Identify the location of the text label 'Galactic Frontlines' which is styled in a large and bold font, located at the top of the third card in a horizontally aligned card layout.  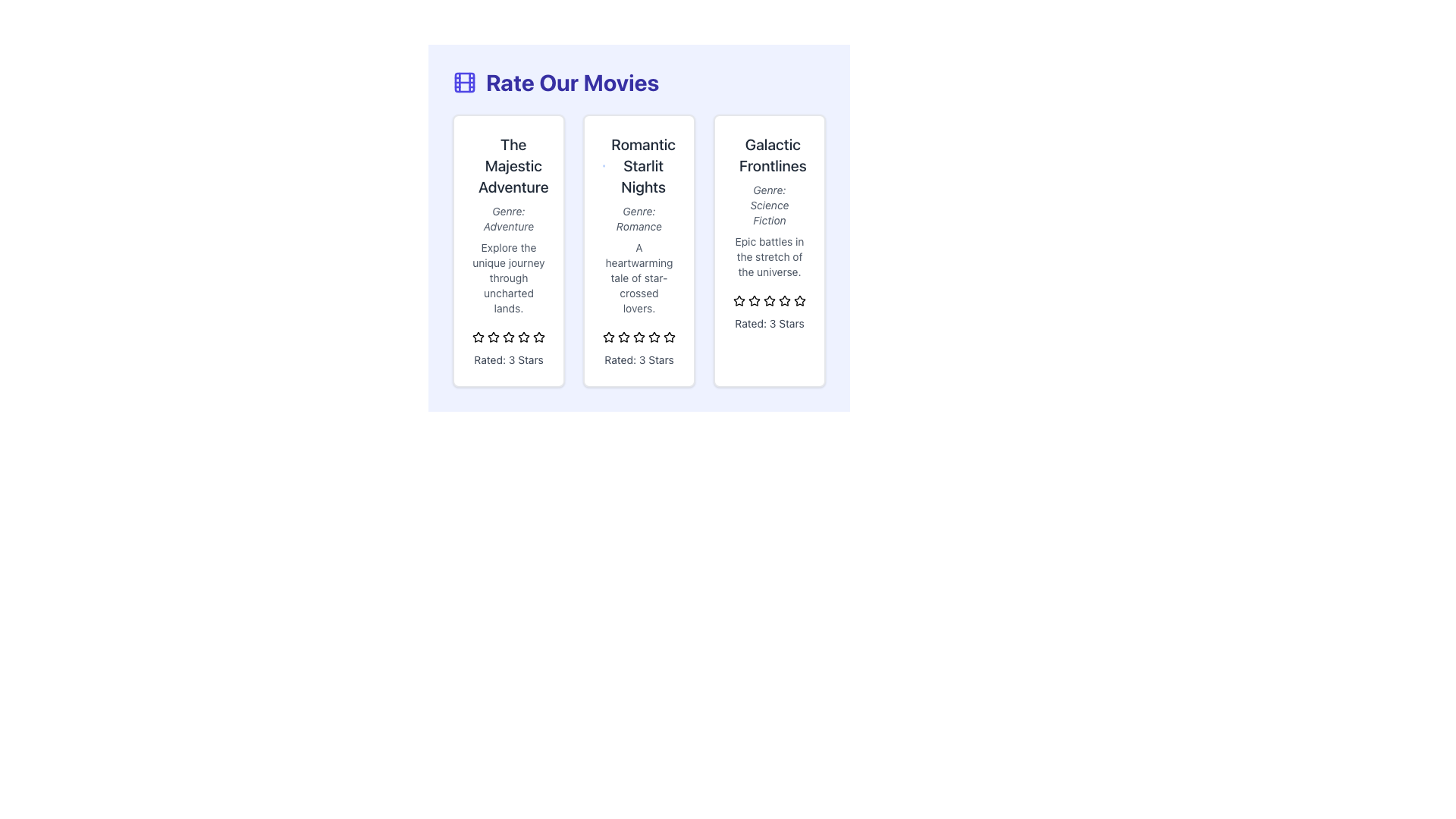
(769, 155).